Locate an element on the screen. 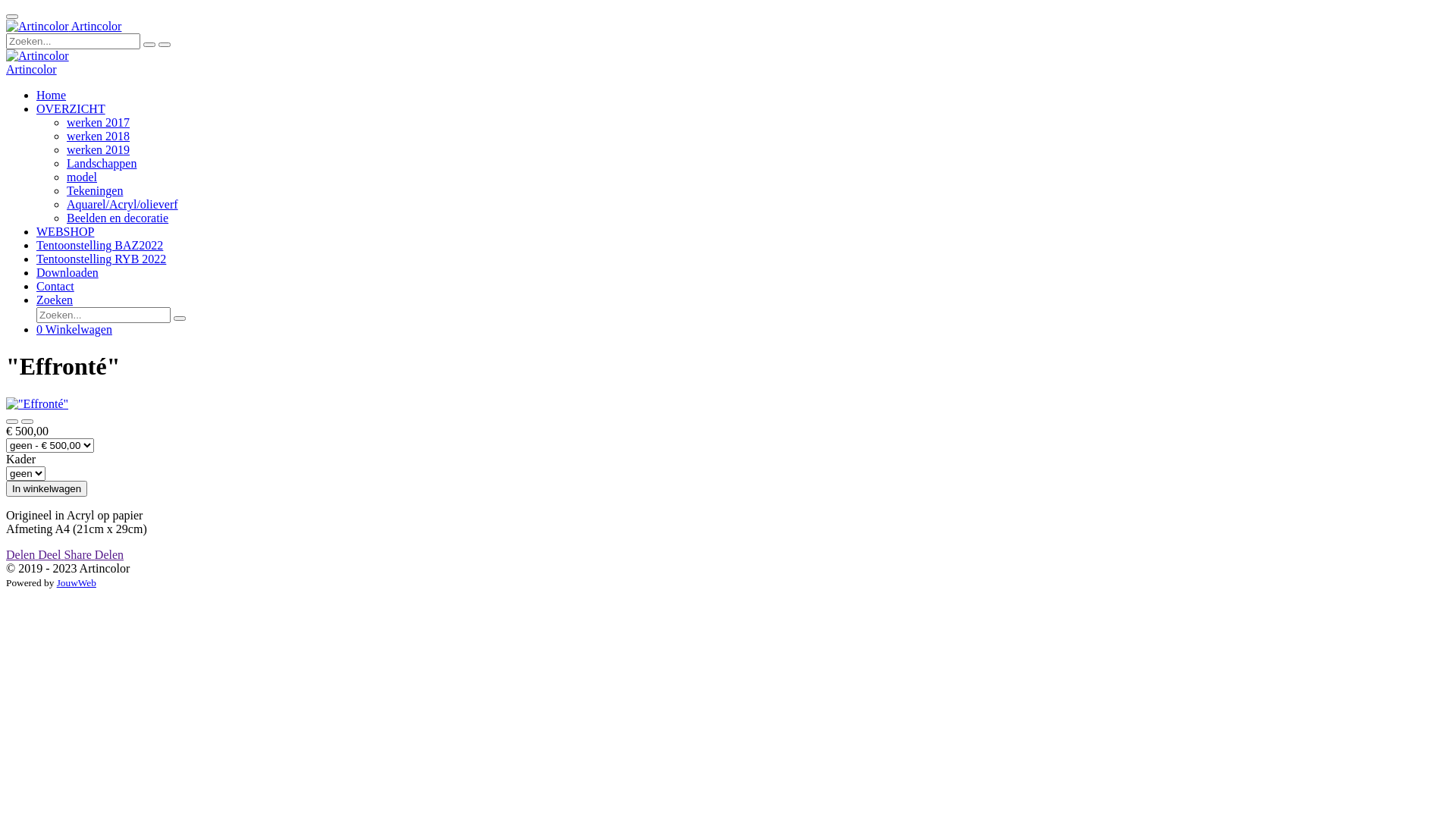  'WEBSHOP' is located at coordinates (36, 231).